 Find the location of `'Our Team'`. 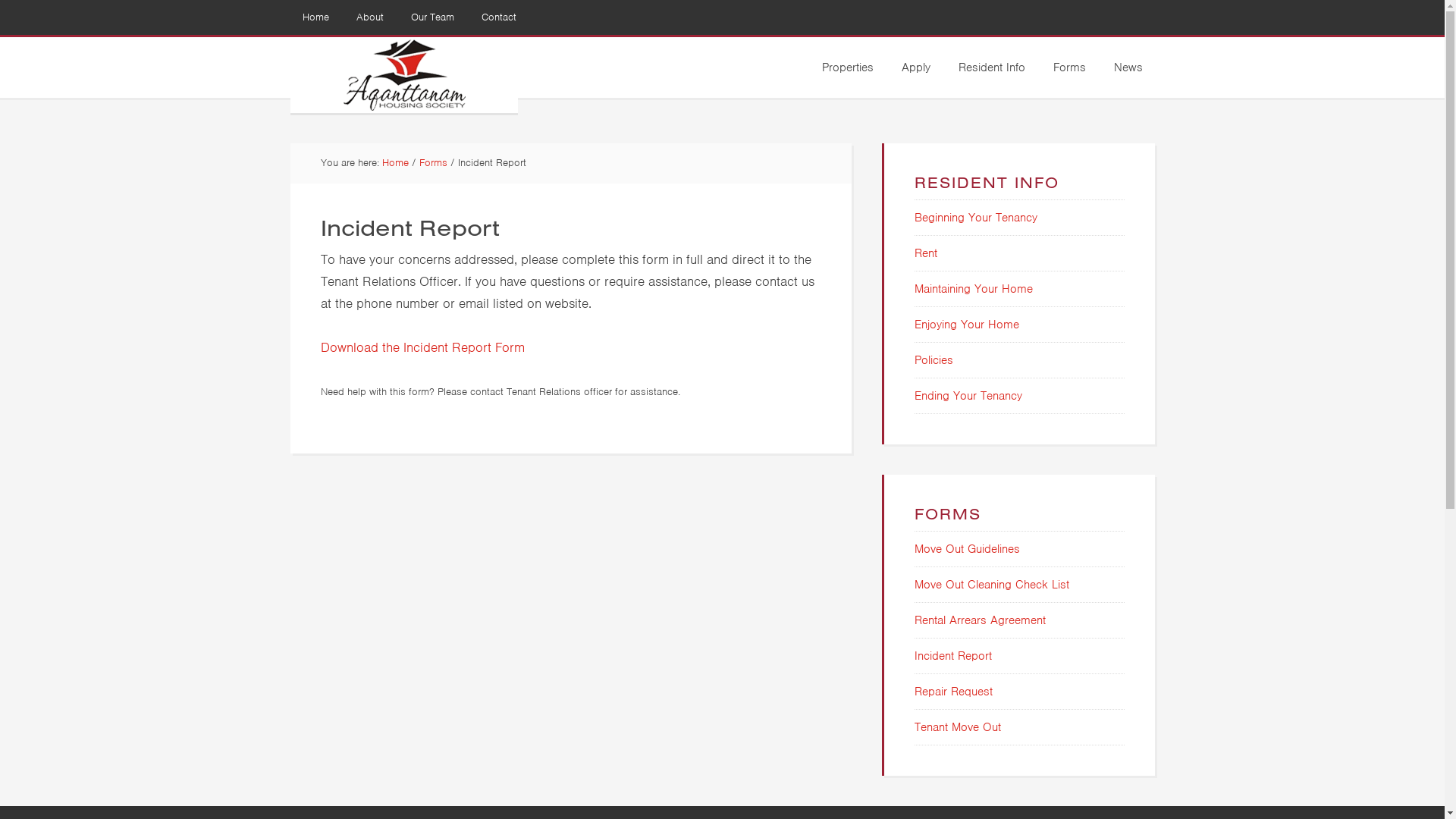

'Our Team' is located at coordinates (431, 17).